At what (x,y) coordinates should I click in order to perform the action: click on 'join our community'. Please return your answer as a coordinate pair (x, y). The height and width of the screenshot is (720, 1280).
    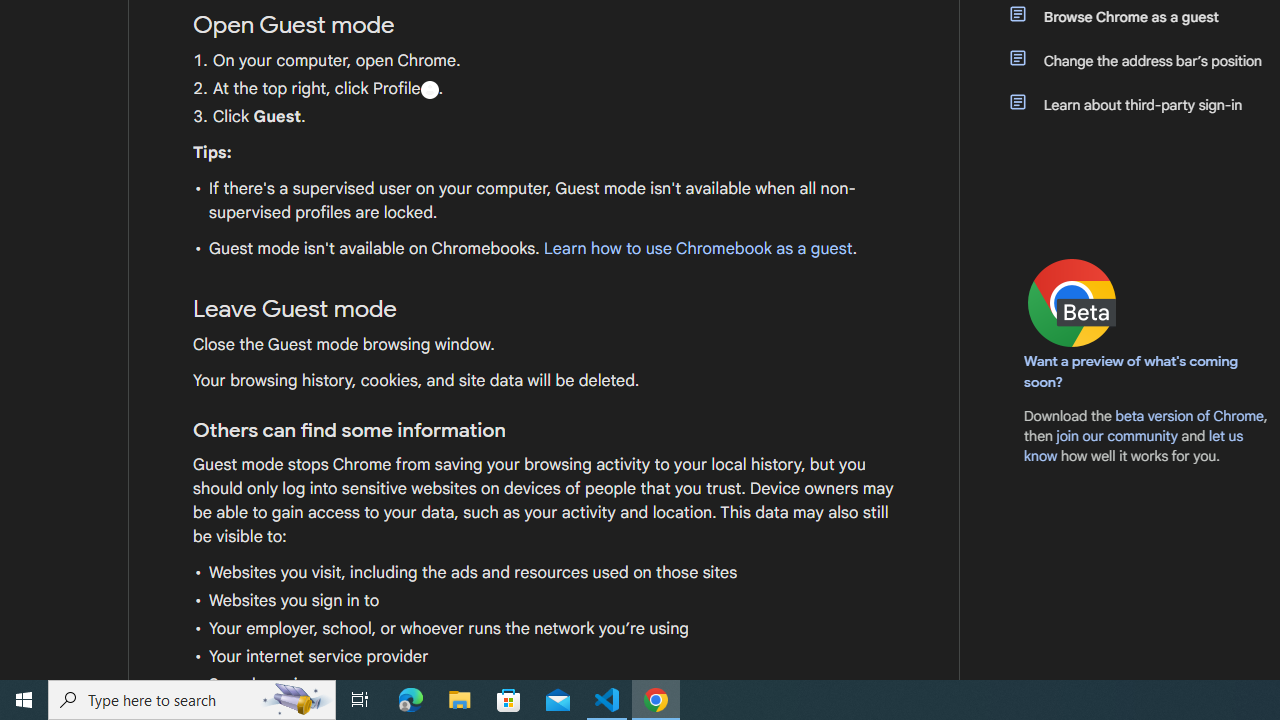
    Looking at the image, I should click on (1115, 434).